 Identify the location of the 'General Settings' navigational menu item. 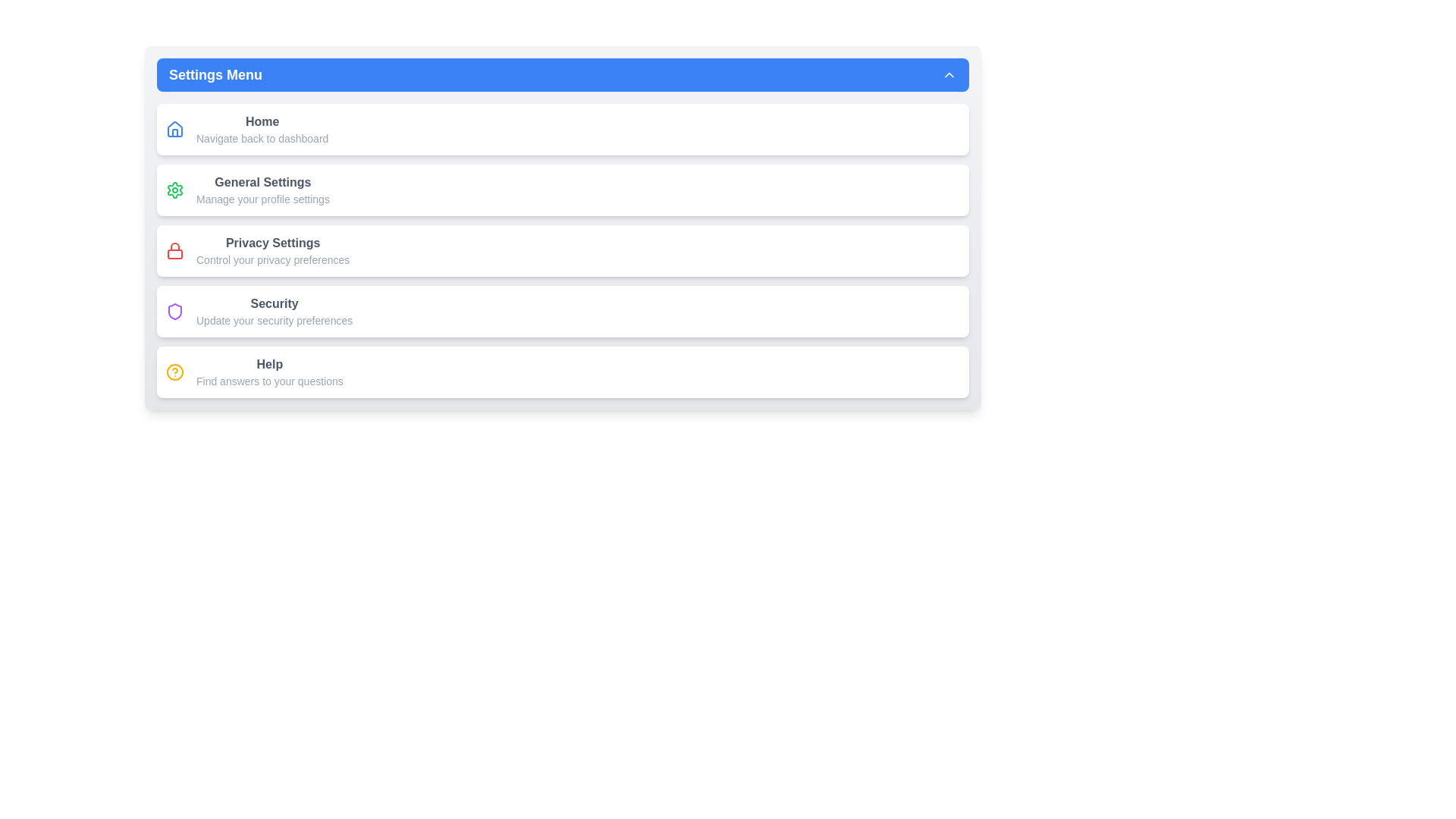
(262, 189).